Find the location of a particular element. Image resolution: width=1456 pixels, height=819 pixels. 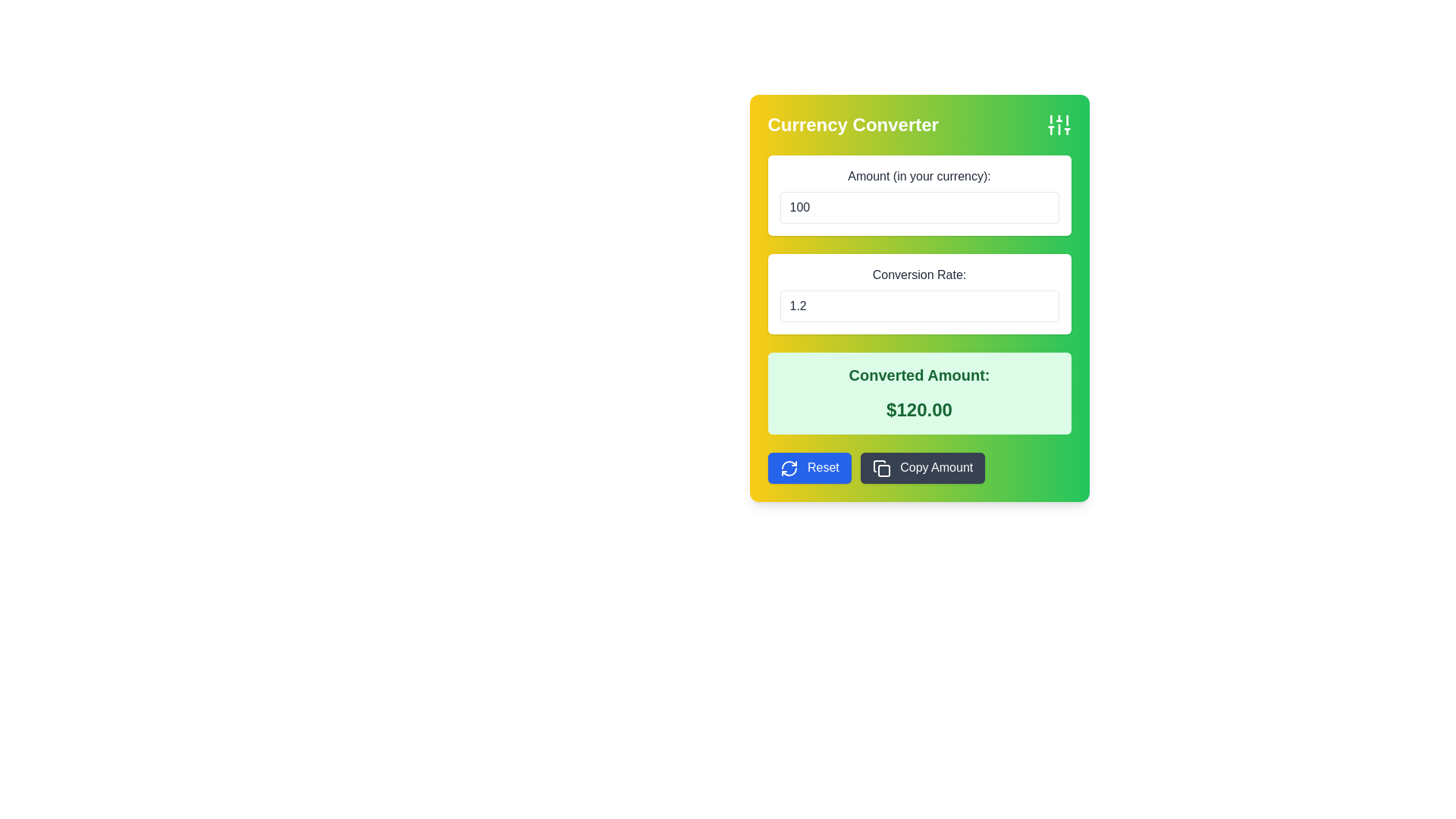

the 'Copy' button located at the bottom of the 'Currency Converter' card interface, which allows users to copy the converted currency amount to the clipboard for tooltip or visual feedback is located at coordinates (918, 467).